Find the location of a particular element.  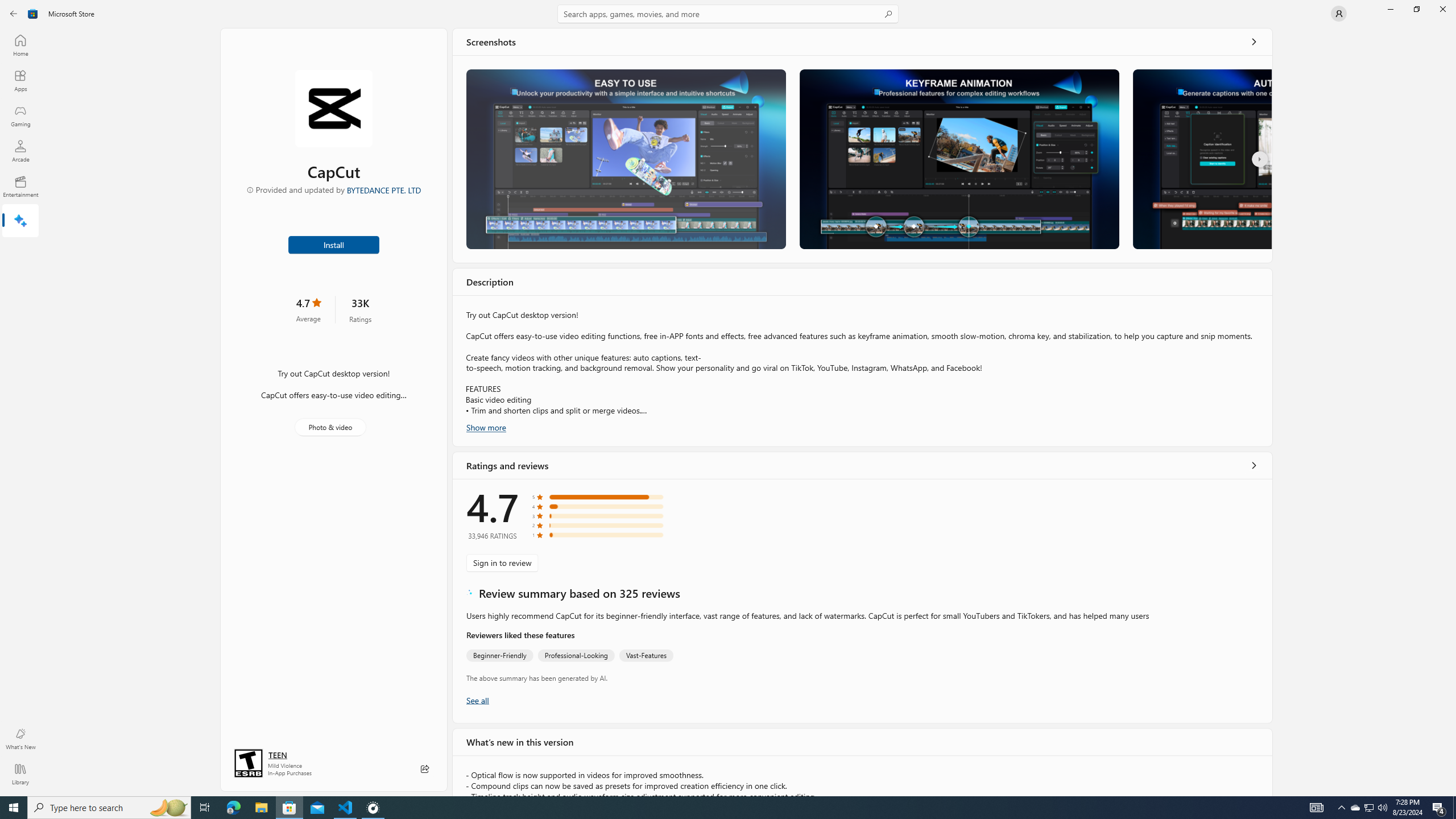

'Photo & video' is located at coordinates (329, 427).